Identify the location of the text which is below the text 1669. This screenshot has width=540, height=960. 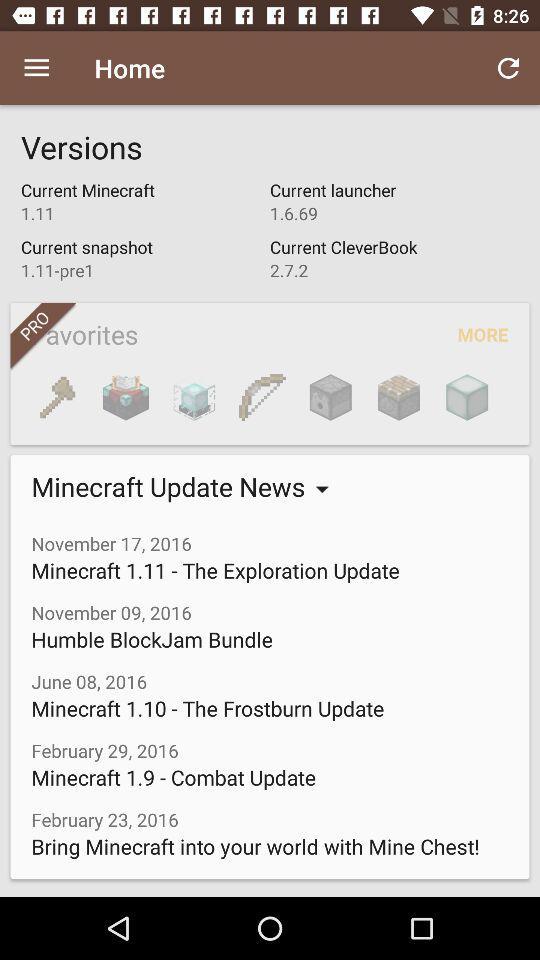
(394, 258).